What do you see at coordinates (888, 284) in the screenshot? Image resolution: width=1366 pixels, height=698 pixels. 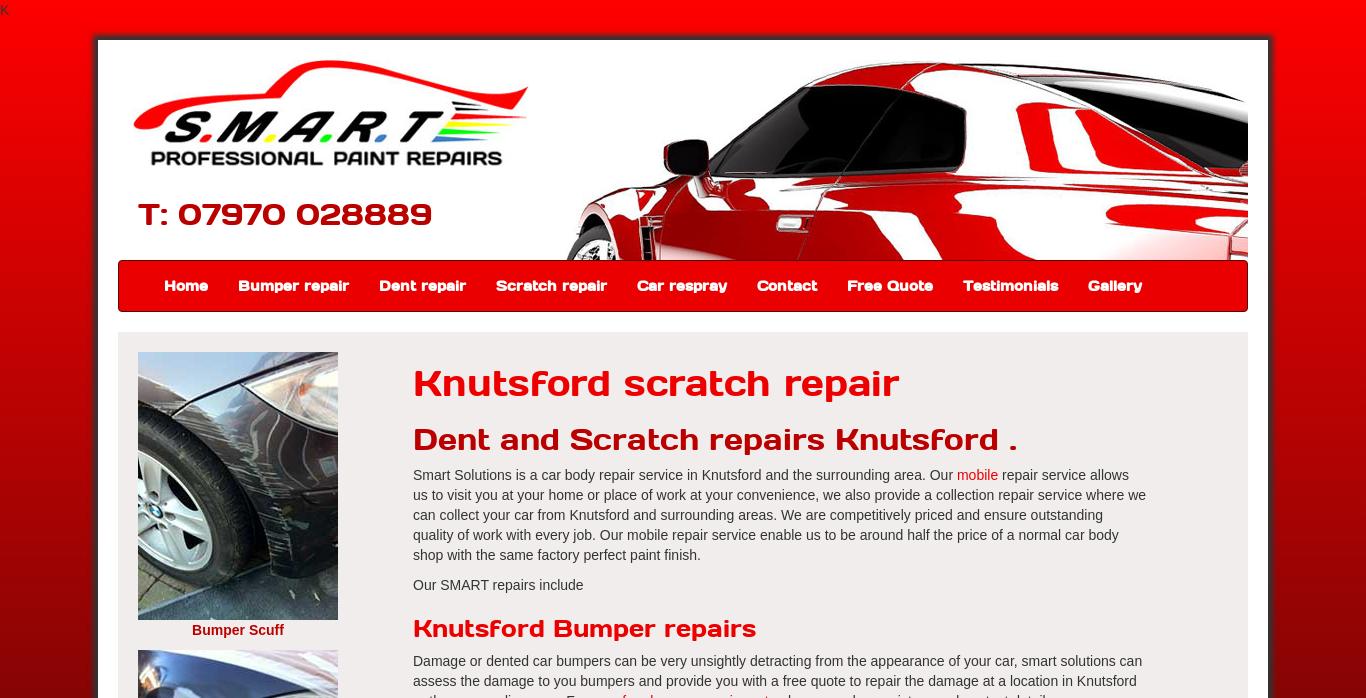 I see `'Free Quote'` at bounding box center [888, 284].